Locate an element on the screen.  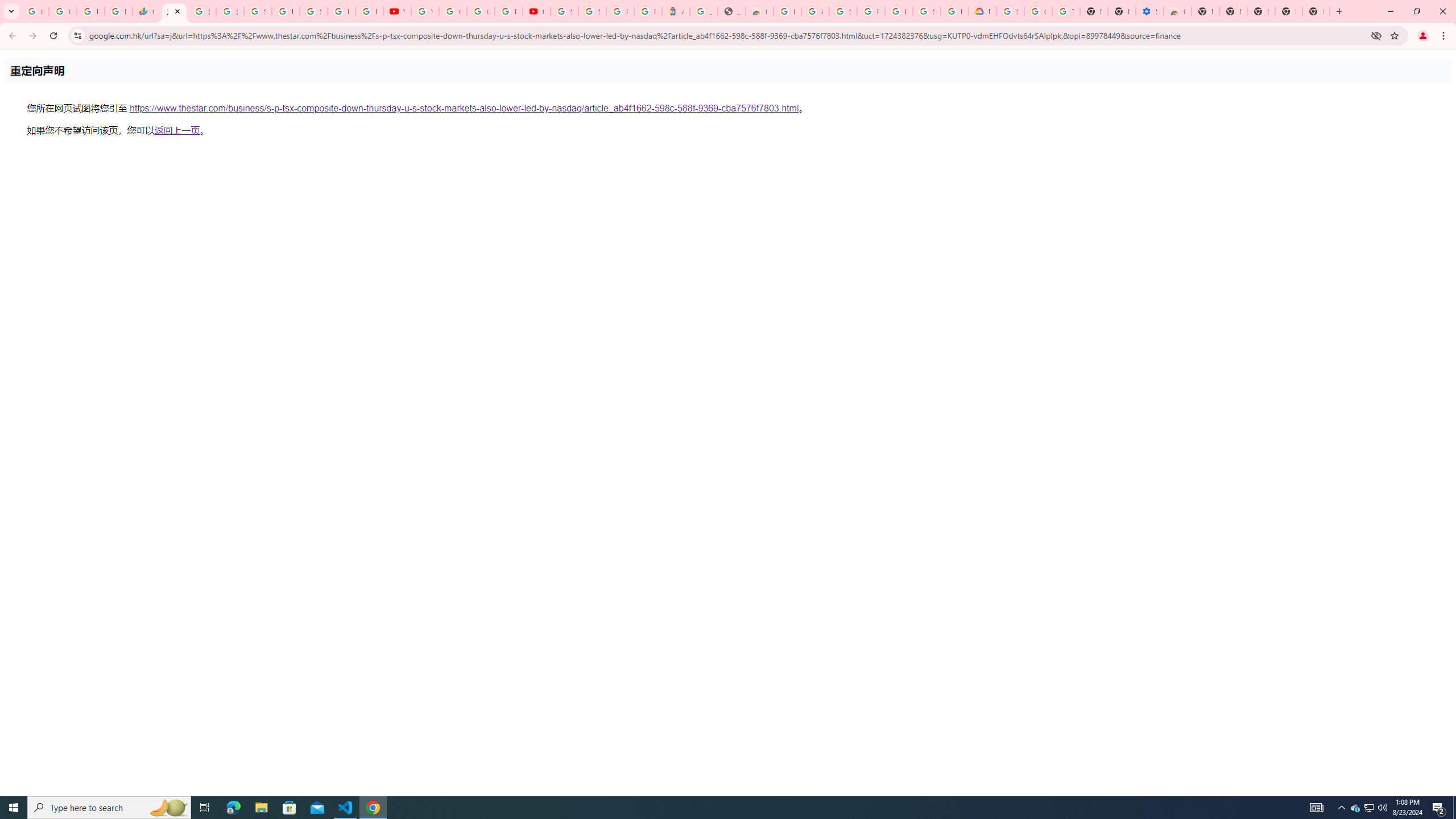
'New Tab' is located at coordinates (1316, 11).